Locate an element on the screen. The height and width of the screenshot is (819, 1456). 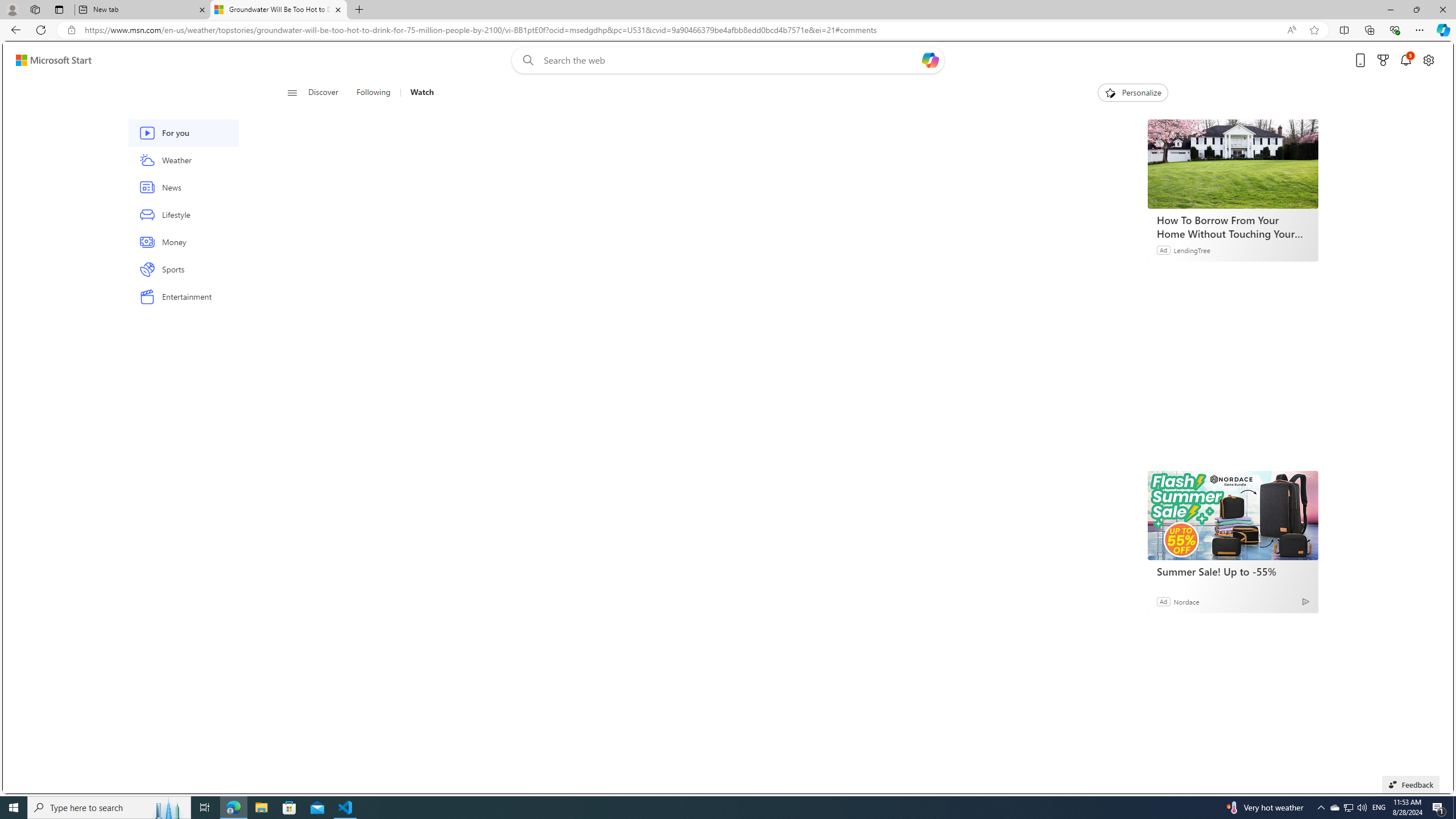
'Summer Sale! Up to -55%' is located at coordinates (1232, 515).